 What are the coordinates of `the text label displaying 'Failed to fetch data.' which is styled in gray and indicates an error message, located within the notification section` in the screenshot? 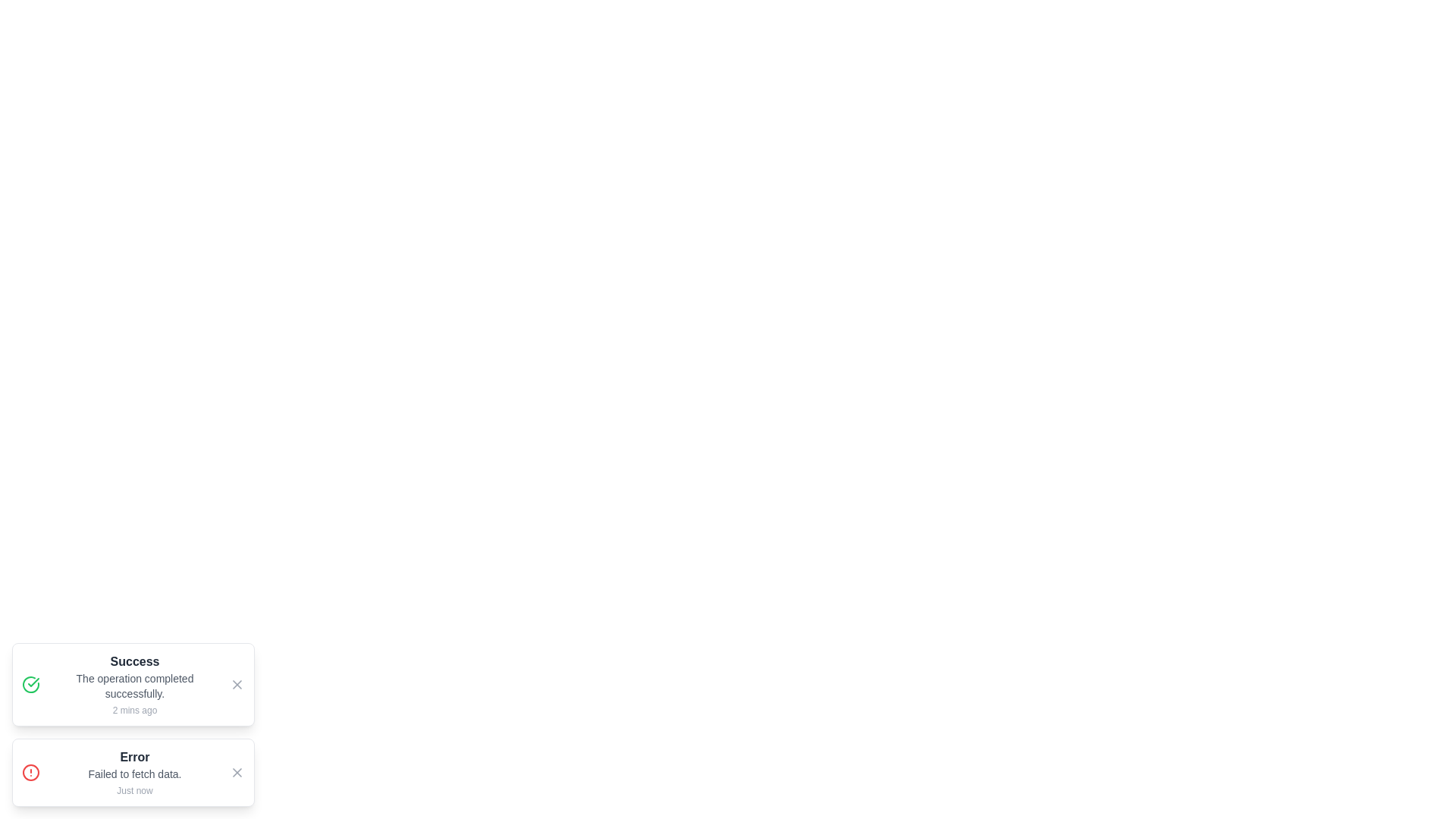 It's located at (134, 774).